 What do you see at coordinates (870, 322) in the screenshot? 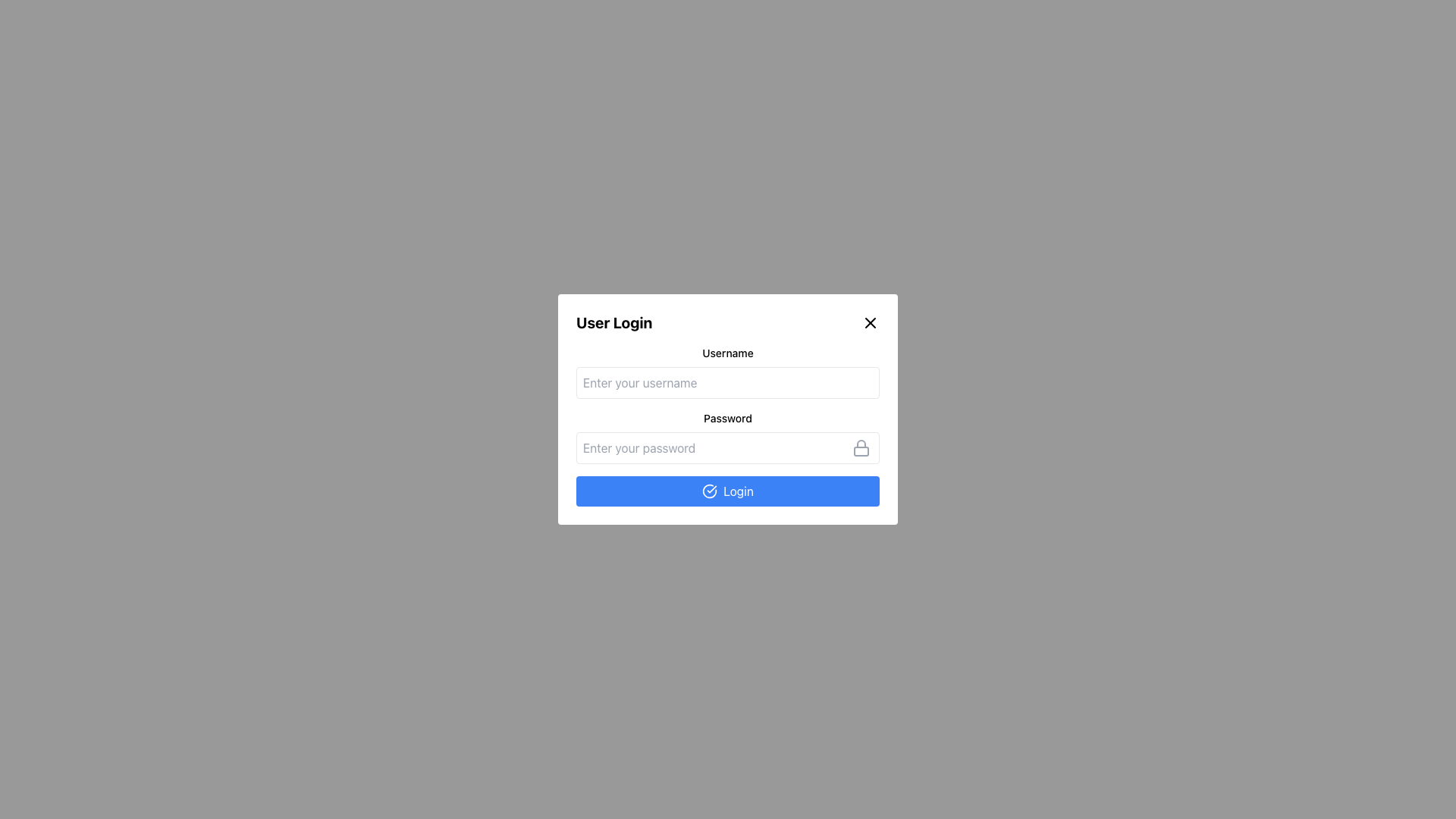
I see `the close button in the top-right corner of the 'User Login' dialog box` at bounding box center [870, 322].